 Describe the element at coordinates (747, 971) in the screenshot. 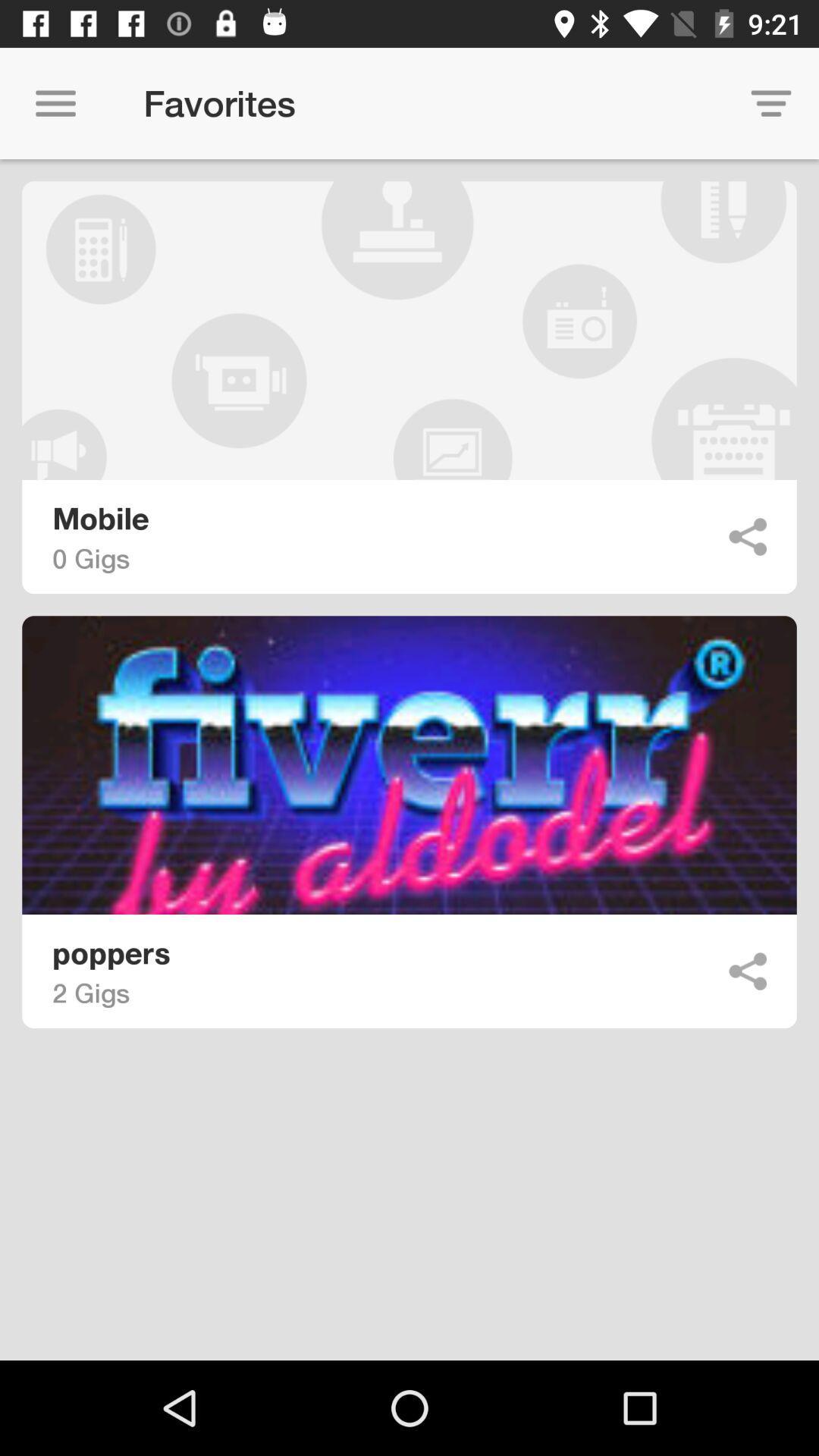

I see `share the article` at that location.